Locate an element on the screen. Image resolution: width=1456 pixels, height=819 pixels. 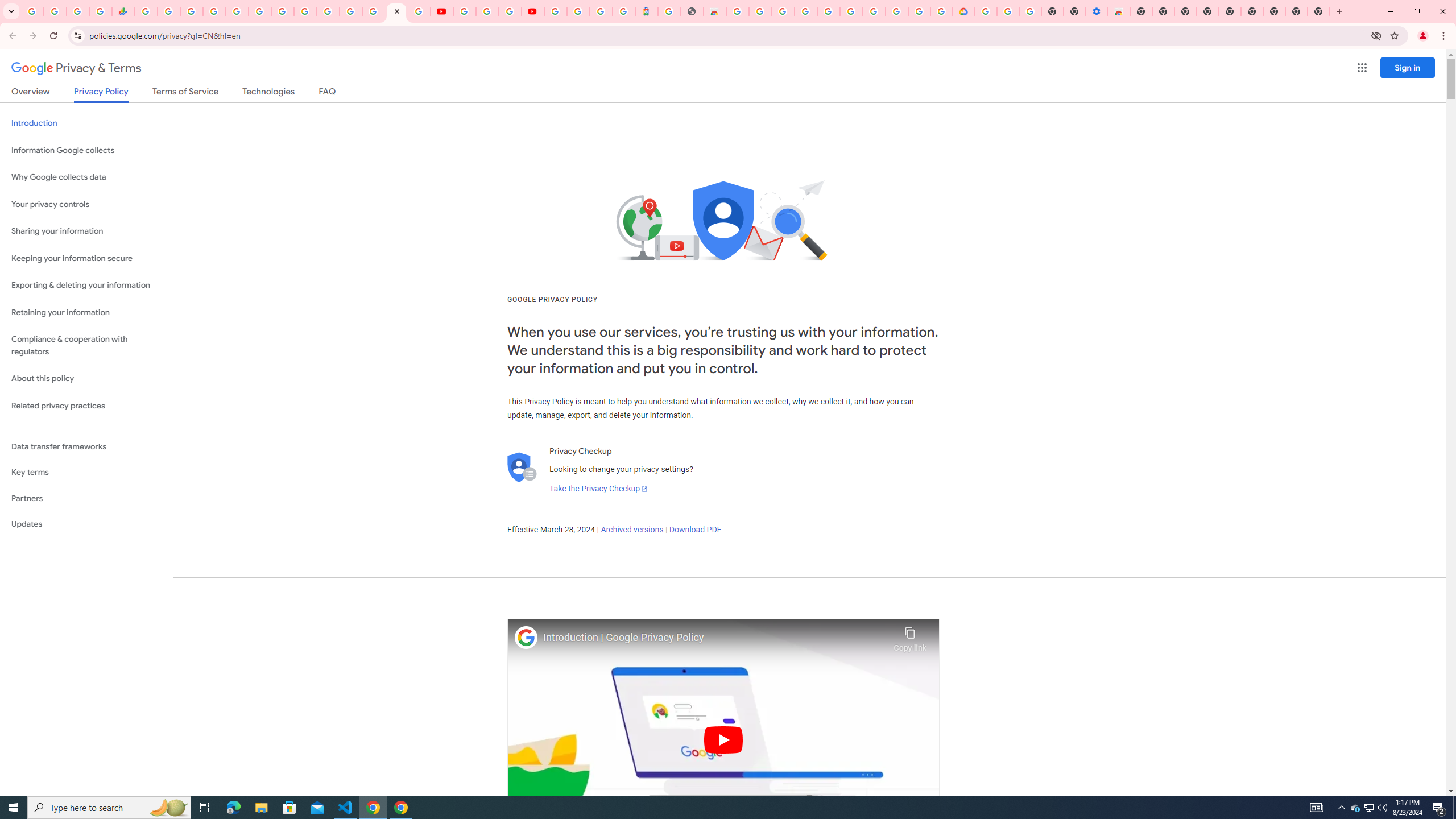
'System' is located at coordinates (6, 5).